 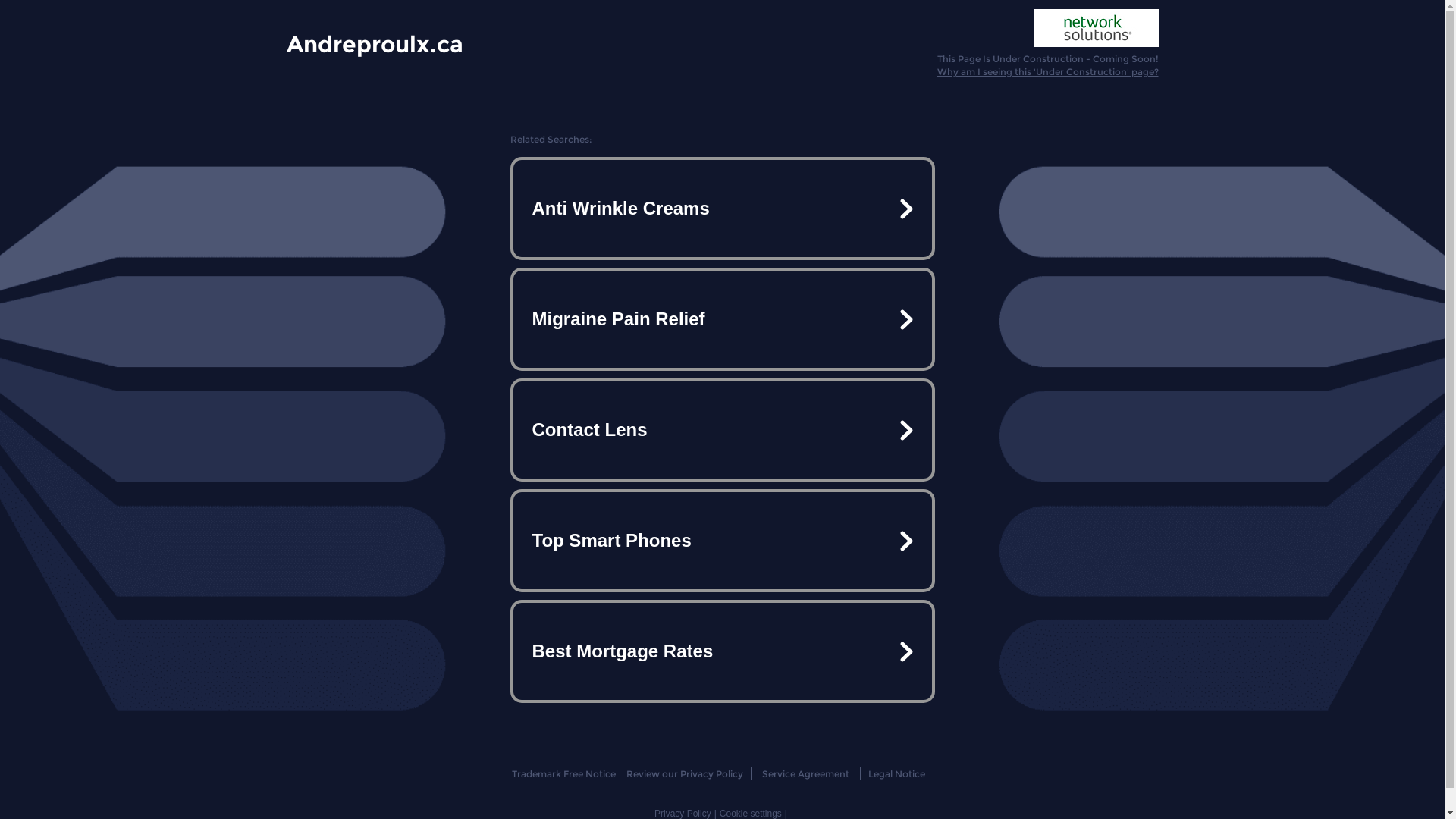 I want to click on 'Legal Notice', so click(x=896, y=773).